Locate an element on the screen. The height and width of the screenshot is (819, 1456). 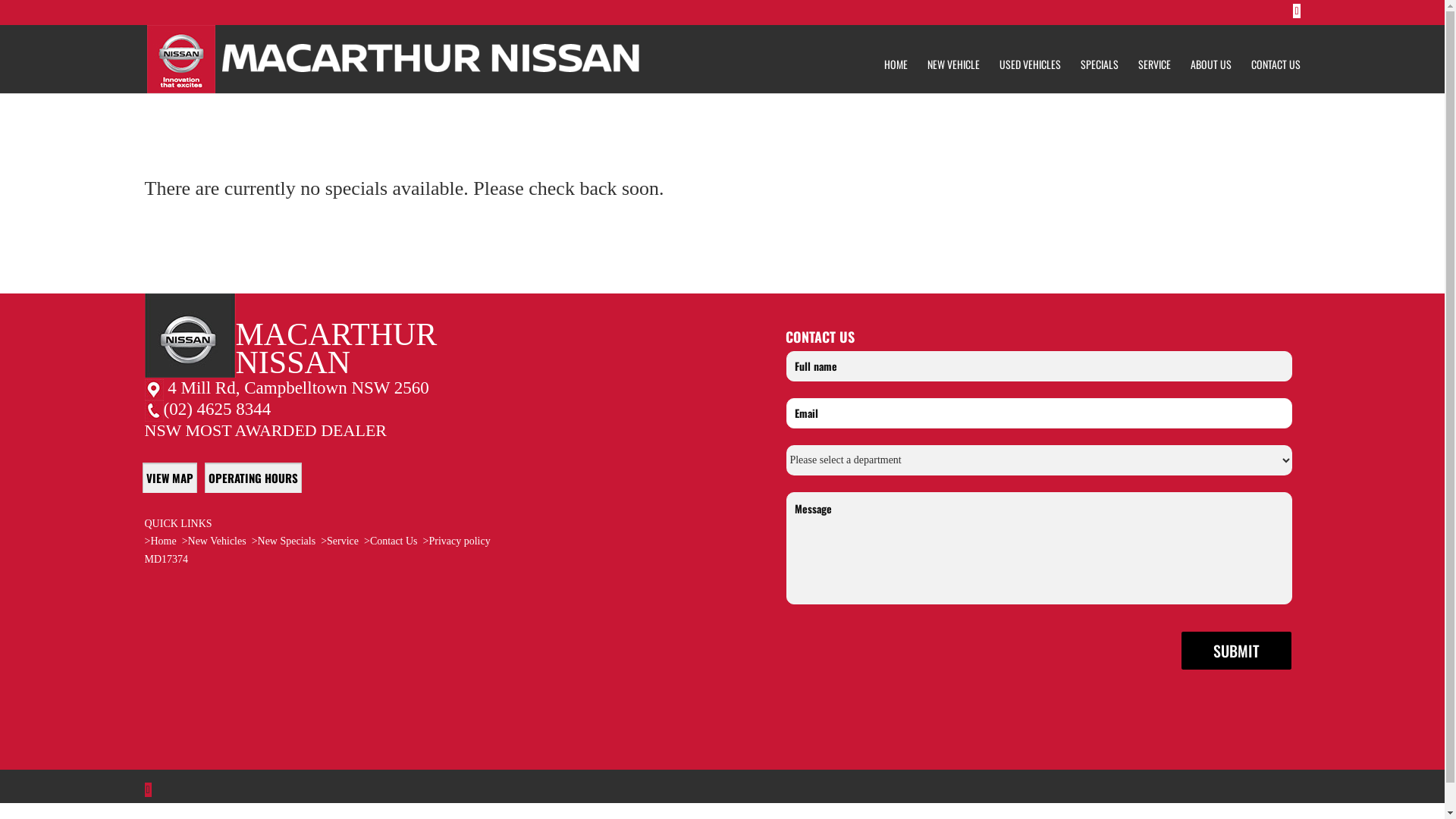
'VIEW MAP' is located at coordinates (170, 476).